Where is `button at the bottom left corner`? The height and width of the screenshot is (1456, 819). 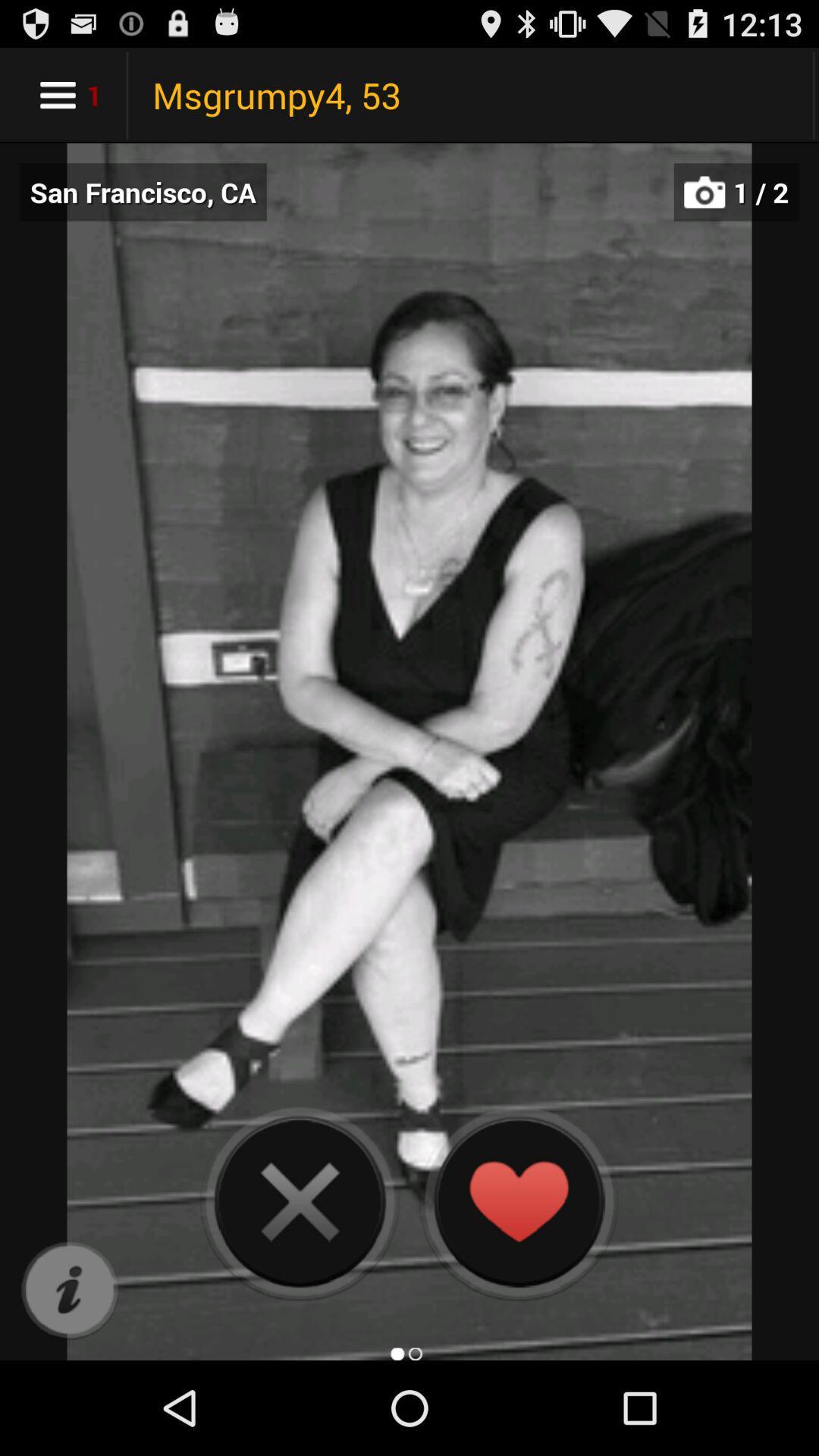 button at the bottom left corner is located at coordinates (69, 1290).